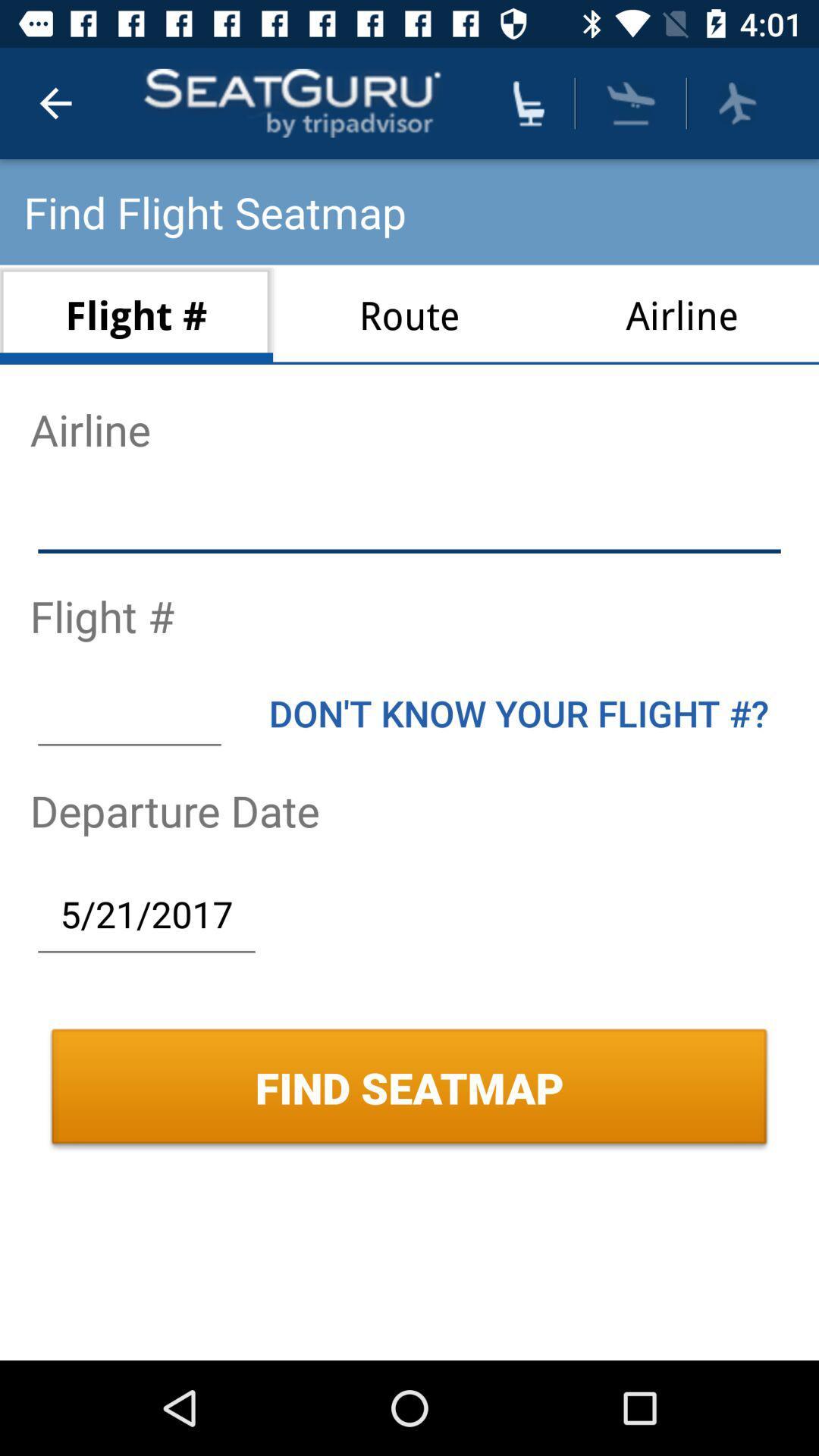  Describe the element at coordinates (409, 522) in the screenshot. I see `blank` at that location.